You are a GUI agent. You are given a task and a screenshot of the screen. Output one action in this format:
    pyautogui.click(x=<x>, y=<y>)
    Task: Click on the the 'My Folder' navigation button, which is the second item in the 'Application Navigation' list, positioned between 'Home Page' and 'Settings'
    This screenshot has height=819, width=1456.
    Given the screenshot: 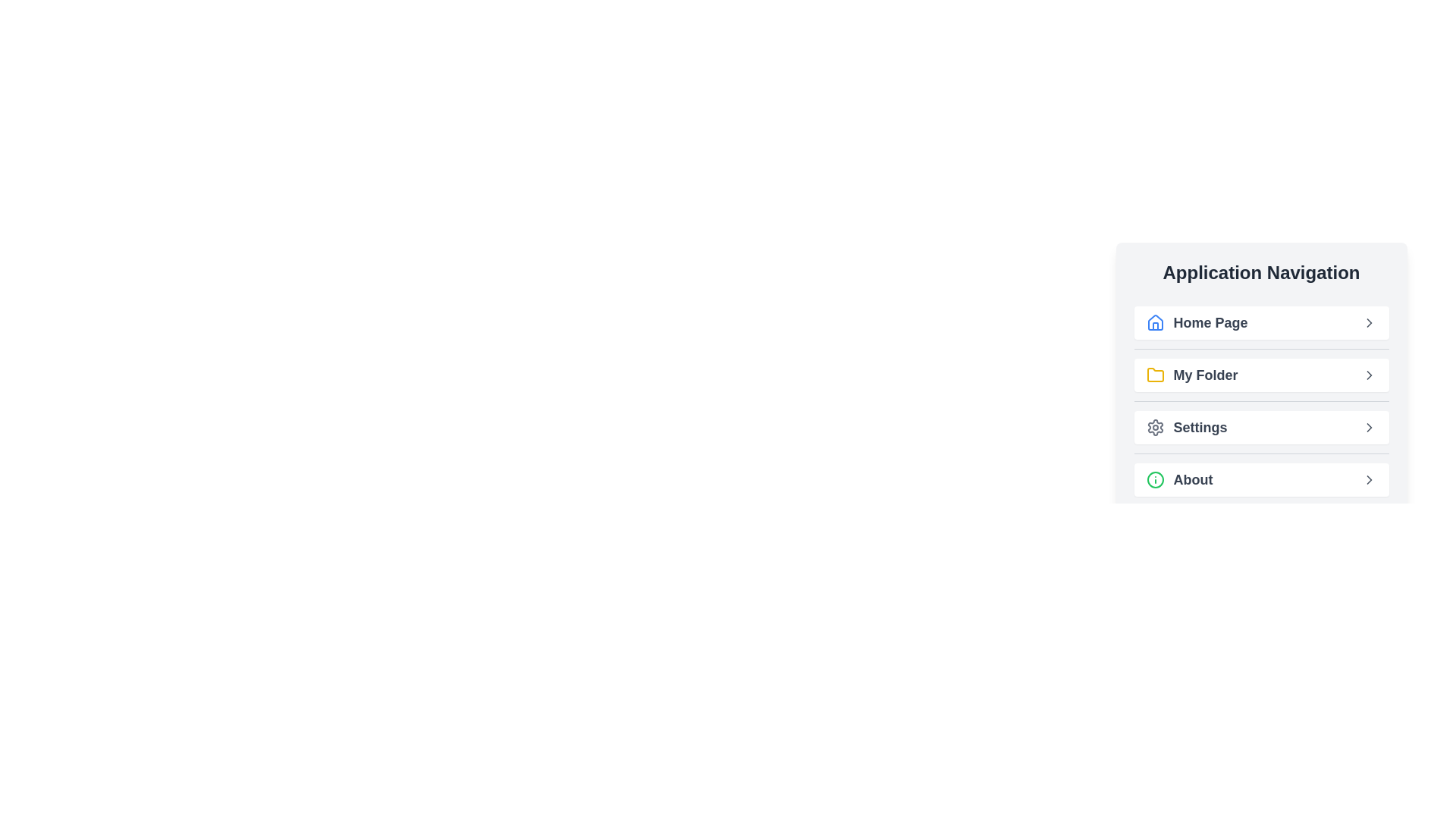 What is the action you would take?
    pyautogui.click(x=1261, y=363)
    